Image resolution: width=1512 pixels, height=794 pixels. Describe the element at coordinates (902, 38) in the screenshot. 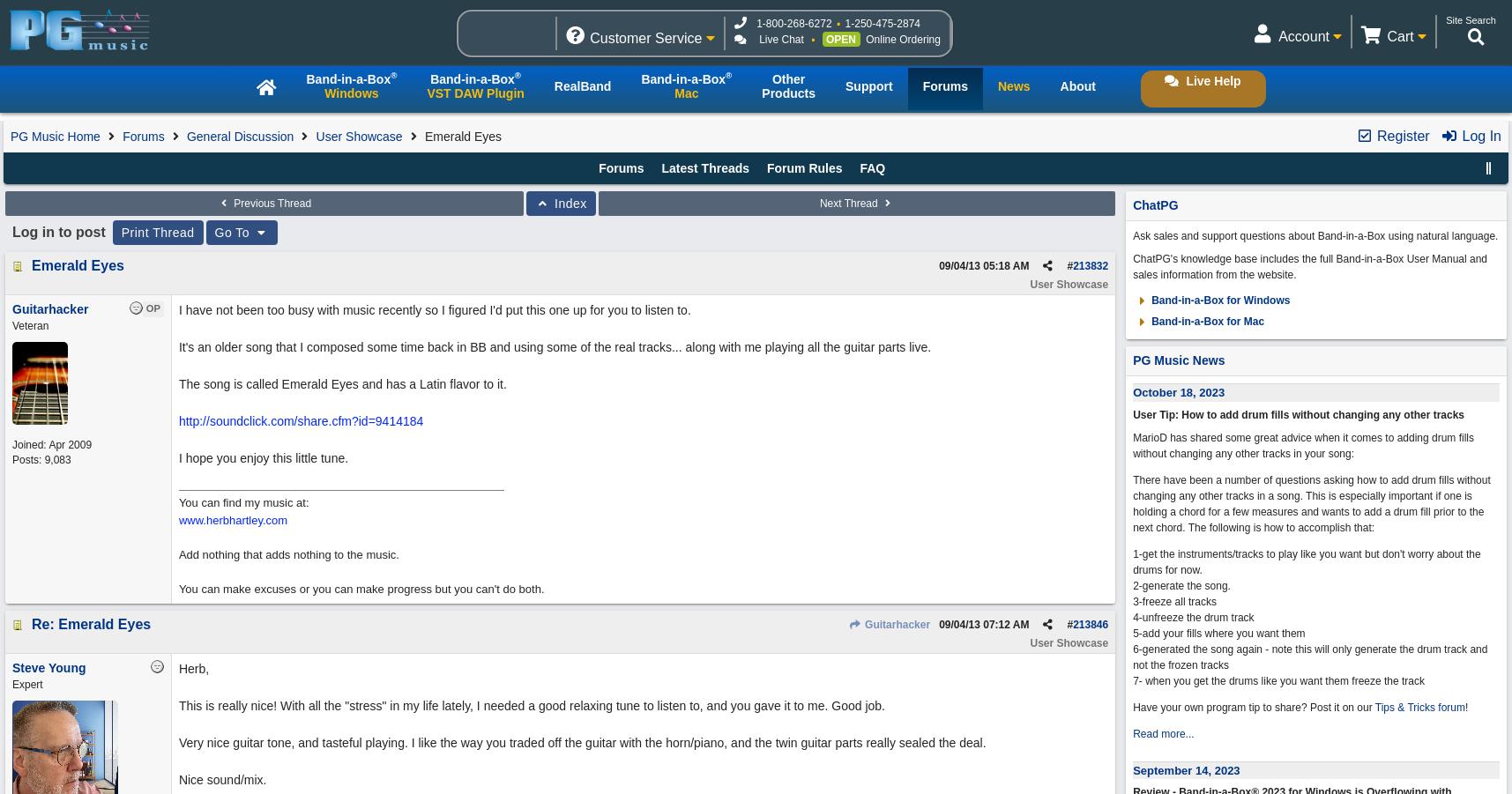

I see `'Online Ordering'` at that location.